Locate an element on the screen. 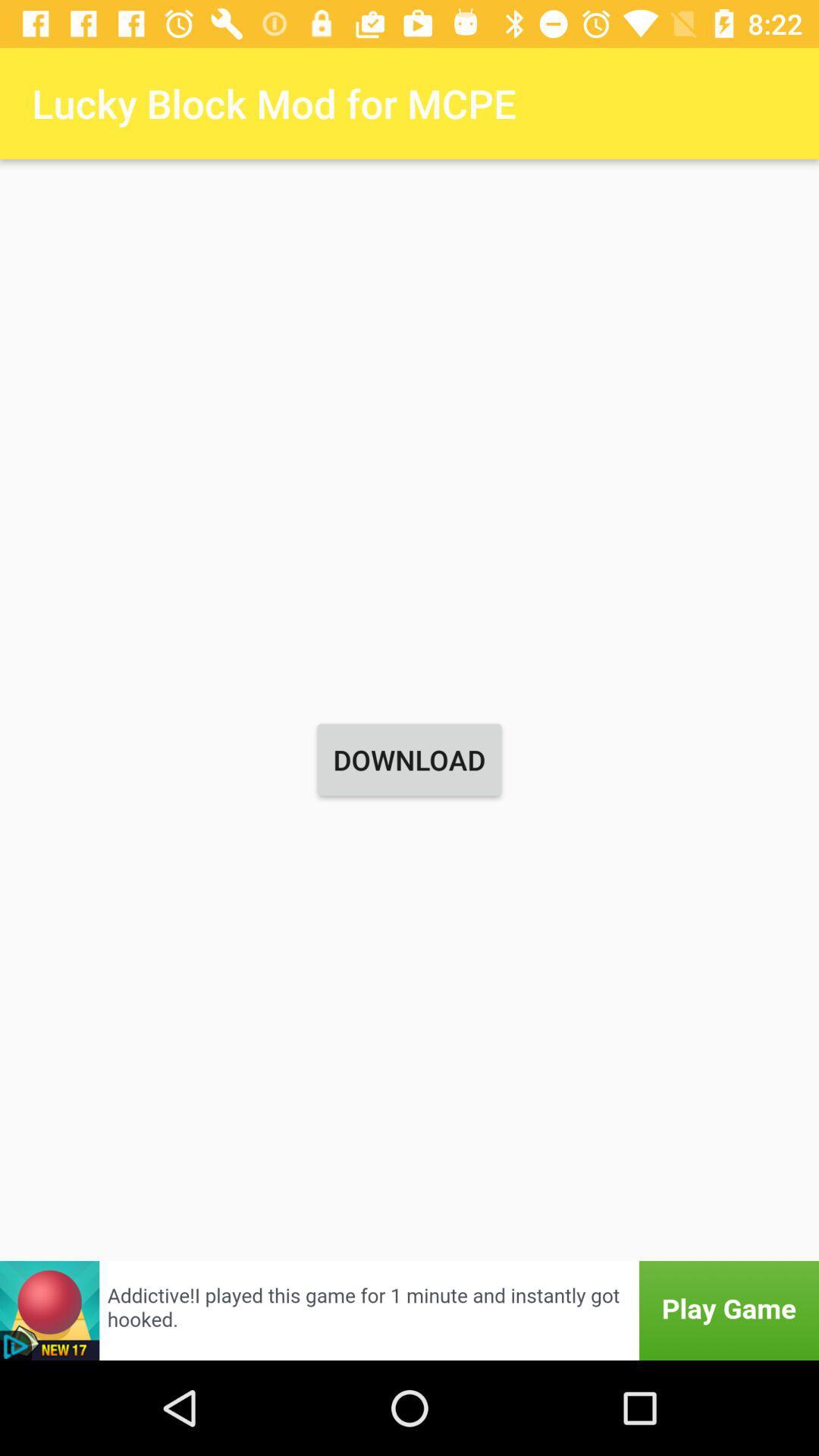 Image resolution: width=819 pixels, height=1456 pixels. this game is located at coordinates (409, 1310).